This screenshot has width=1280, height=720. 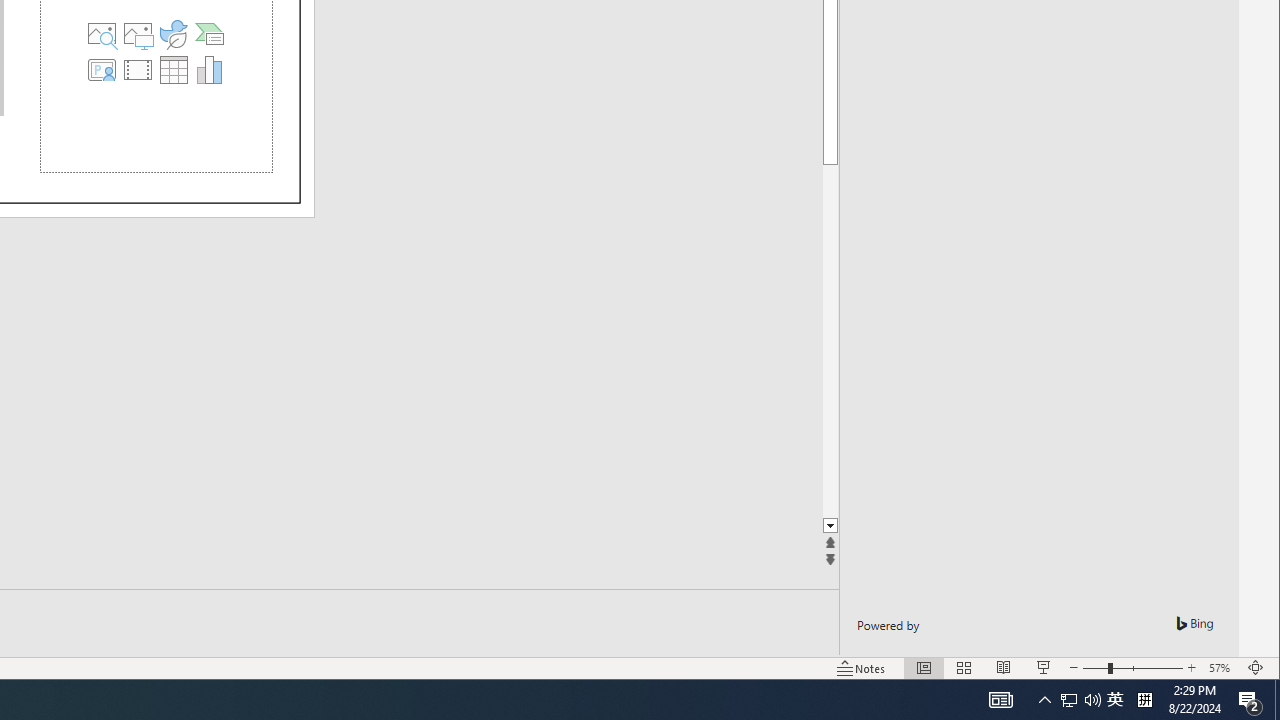 What do you see at coordinates (1221, 668) in the screenshot?
I see `'Zoom 57%'` at bounding box center [1221, 668].